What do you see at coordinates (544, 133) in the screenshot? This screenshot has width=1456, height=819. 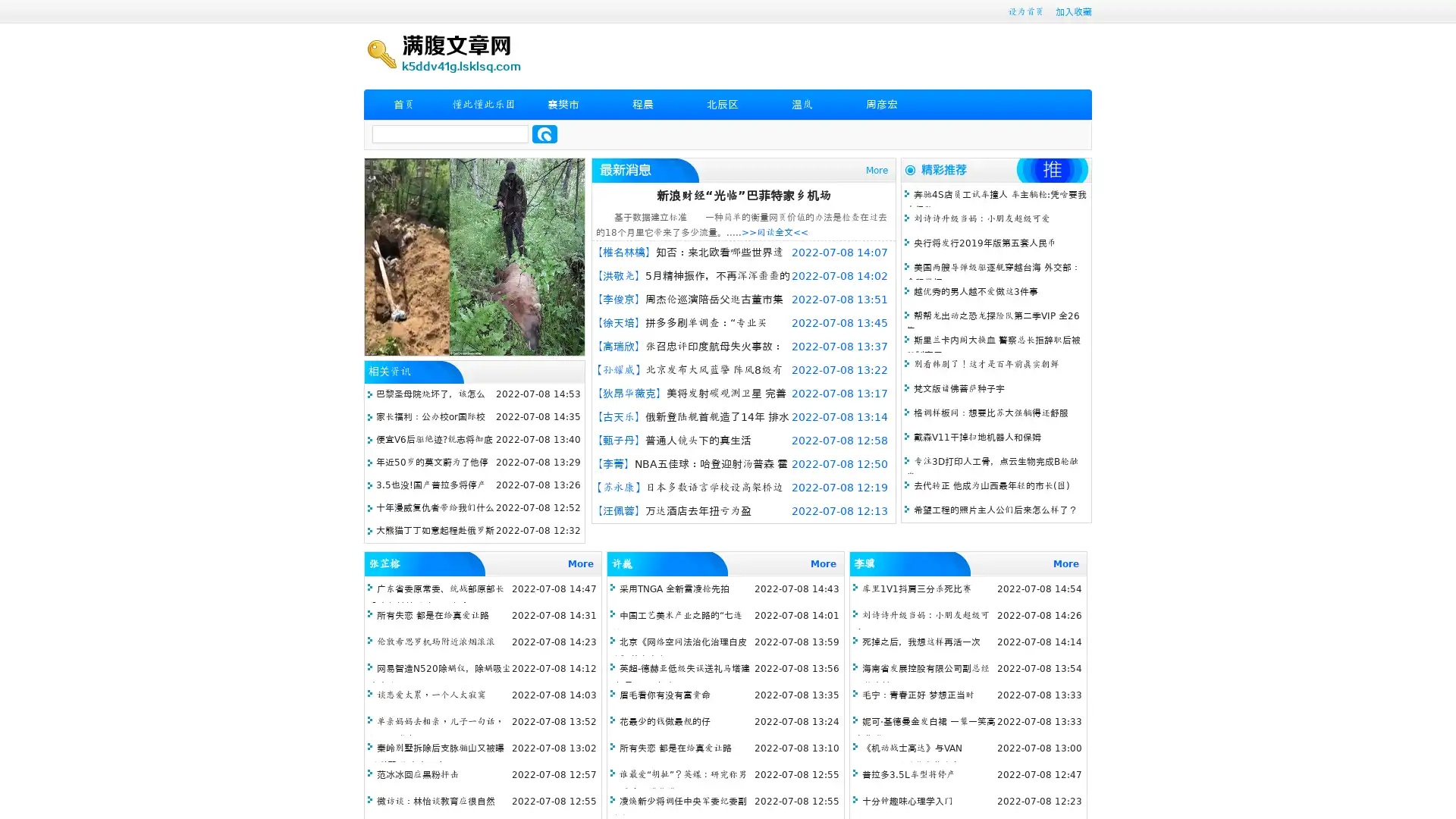 I see `Search` at bounding box center [544, 133].